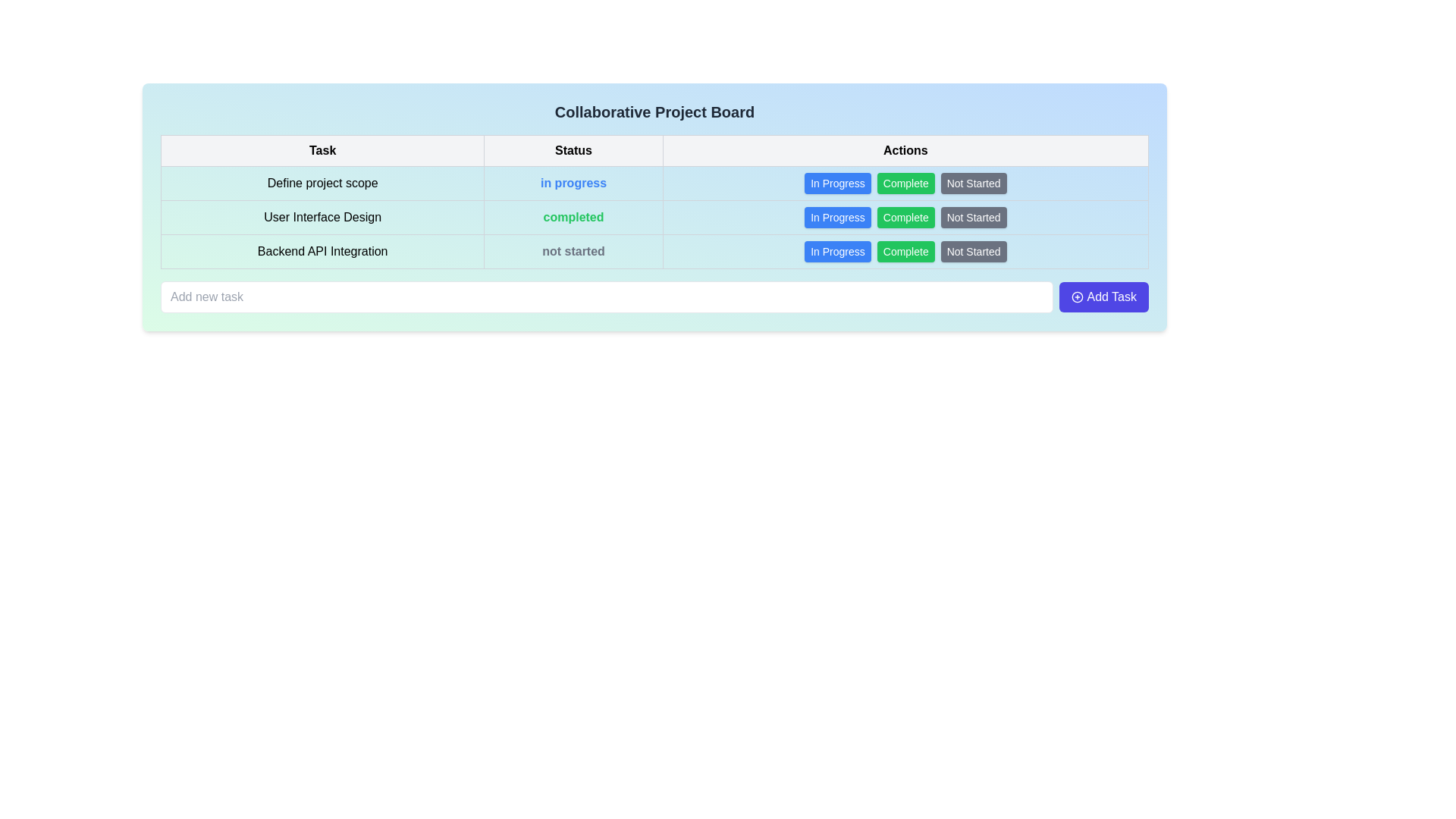 The height and width of the screenshot is (819, 1456). Describe the element at coordinates (322, 183) in the screenshot. I see `text label representing the title of the first task entry in the 'Task' column of the 'Collaborative Project Board'` at that location.